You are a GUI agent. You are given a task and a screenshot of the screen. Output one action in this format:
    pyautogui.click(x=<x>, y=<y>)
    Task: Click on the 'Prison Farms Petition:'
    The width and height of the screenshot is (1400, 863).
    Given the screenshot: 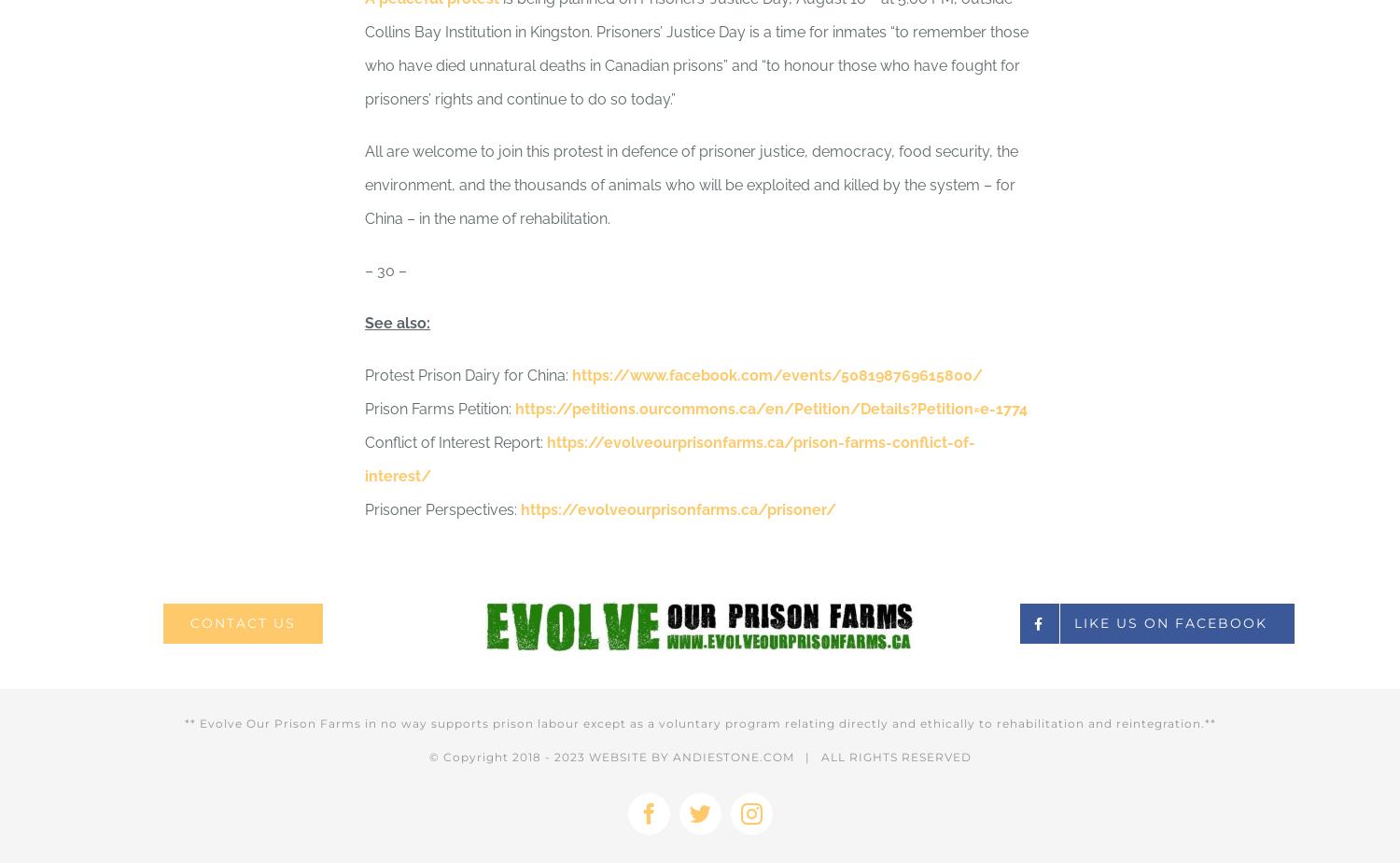 What is the action you would take?
    pyautogui.click(x=439, y=408)
    